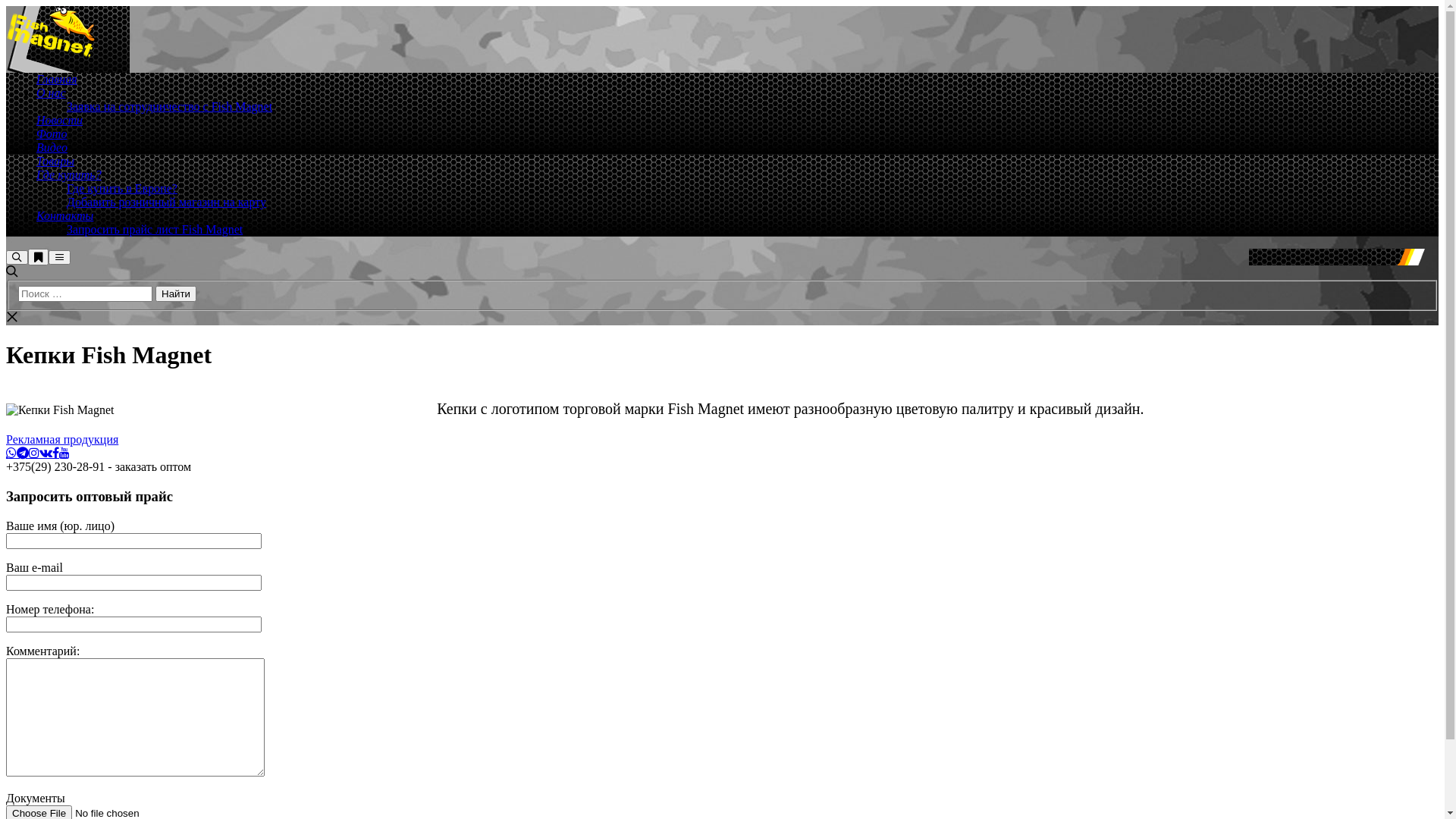 The width and height of the screenshot is (1456, 819). I want to click on 'YouTube', so click(64, 452).